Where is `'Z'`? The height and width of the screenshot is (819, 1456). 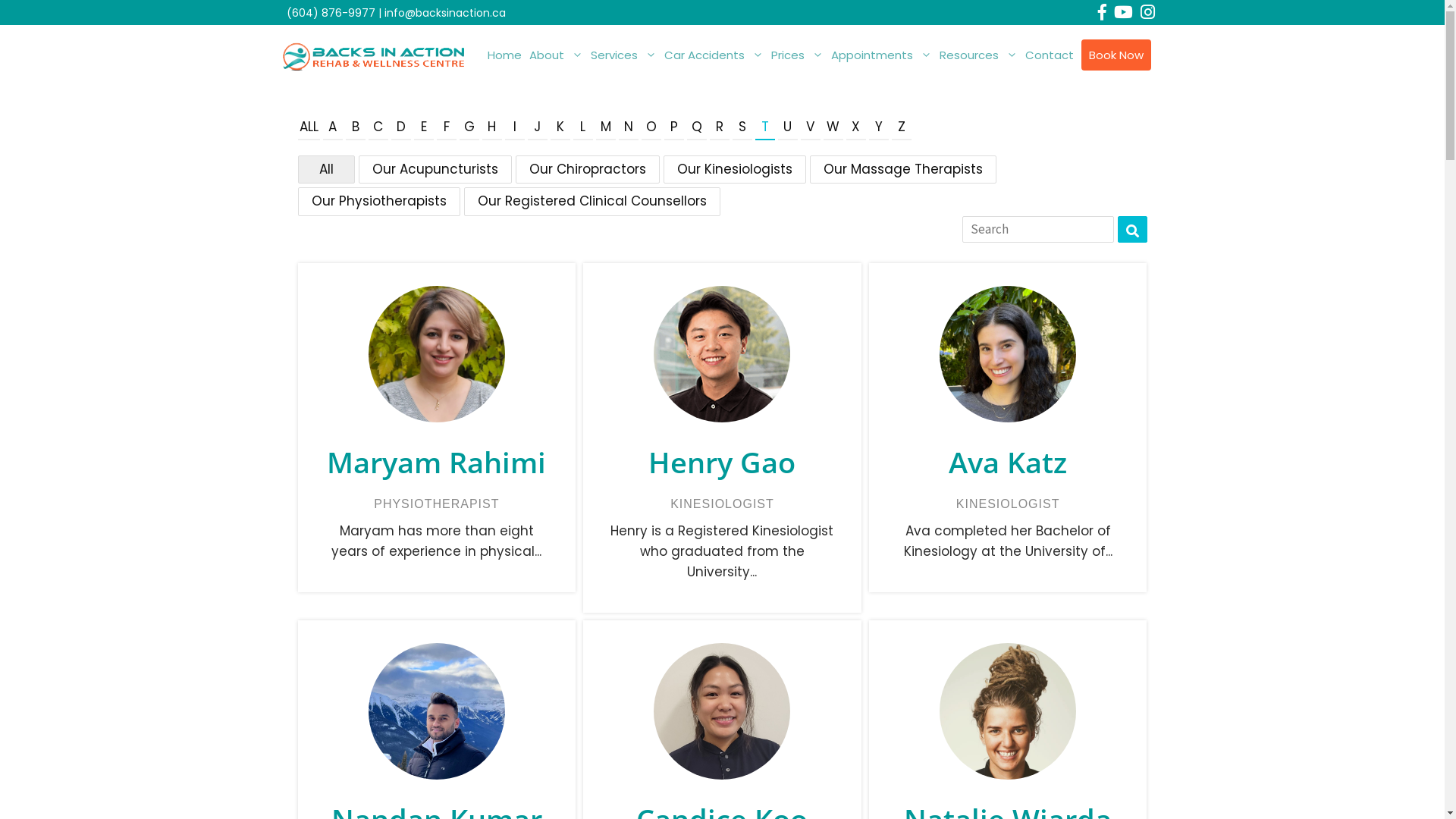
'Z' is located at coordinates (902, 127).